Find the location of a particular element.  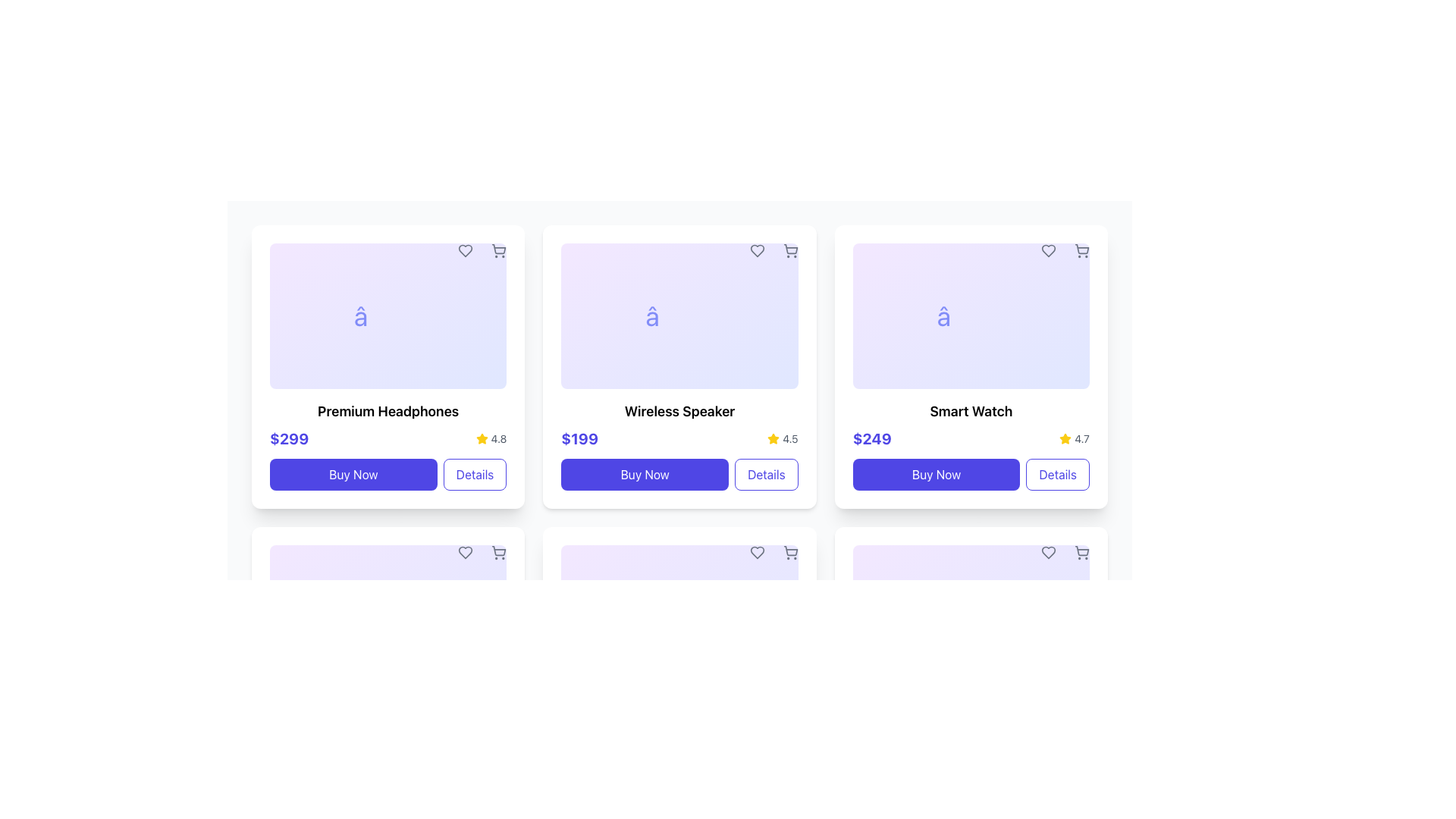

the shopping cart button, which is the second button in a horizontal arrangement of two buttons located in the top right corner overlay of the card is located at coordinates (499, 553).